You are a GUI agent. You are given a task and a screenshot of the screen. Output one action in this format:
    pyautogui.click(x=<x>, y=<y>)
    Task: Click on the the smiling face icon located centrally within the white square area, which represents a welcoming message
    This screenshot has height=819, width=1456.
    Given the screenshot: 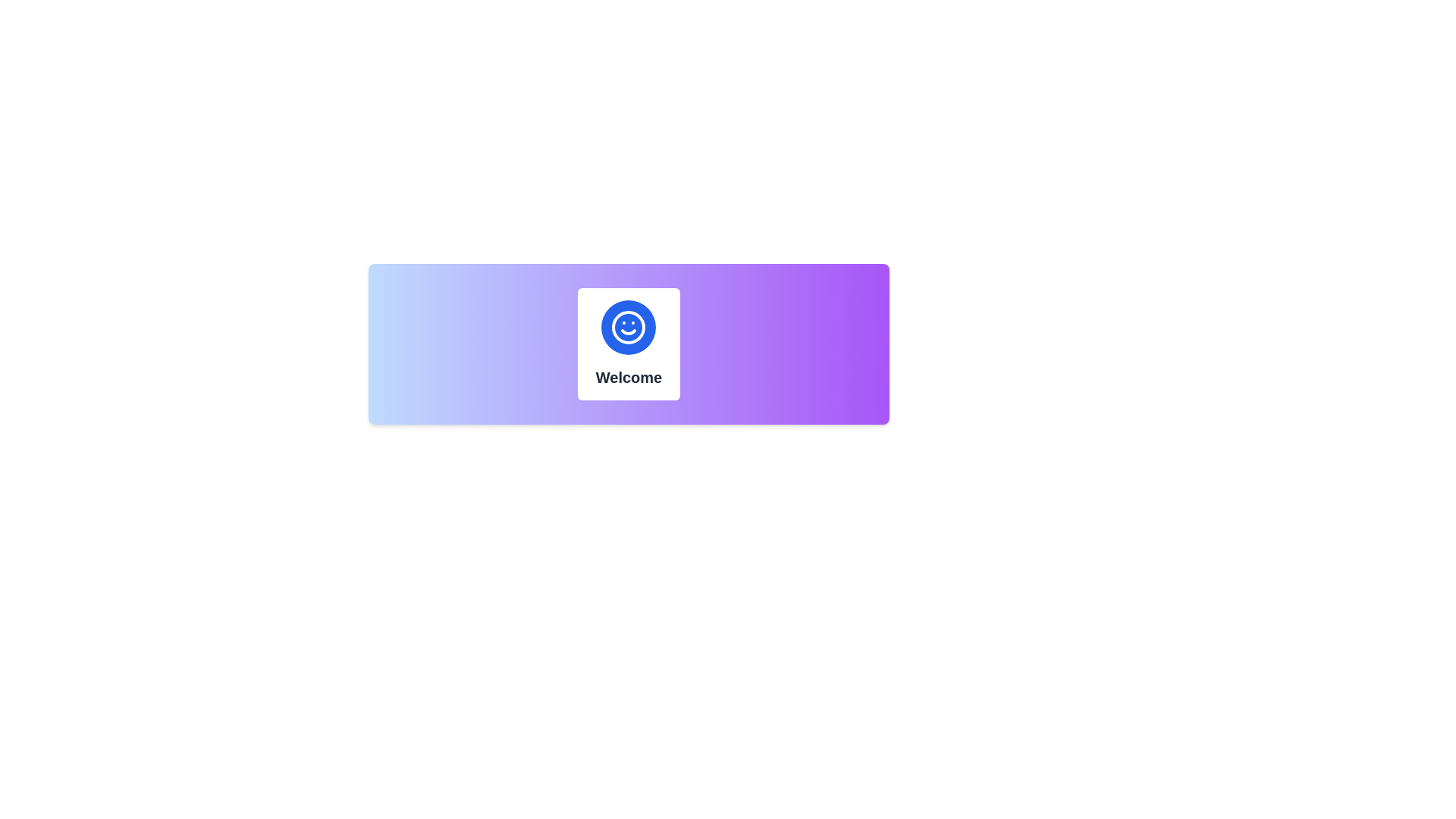 What is the action you would take?
    pyautogui.click(x=629, y=327)
    